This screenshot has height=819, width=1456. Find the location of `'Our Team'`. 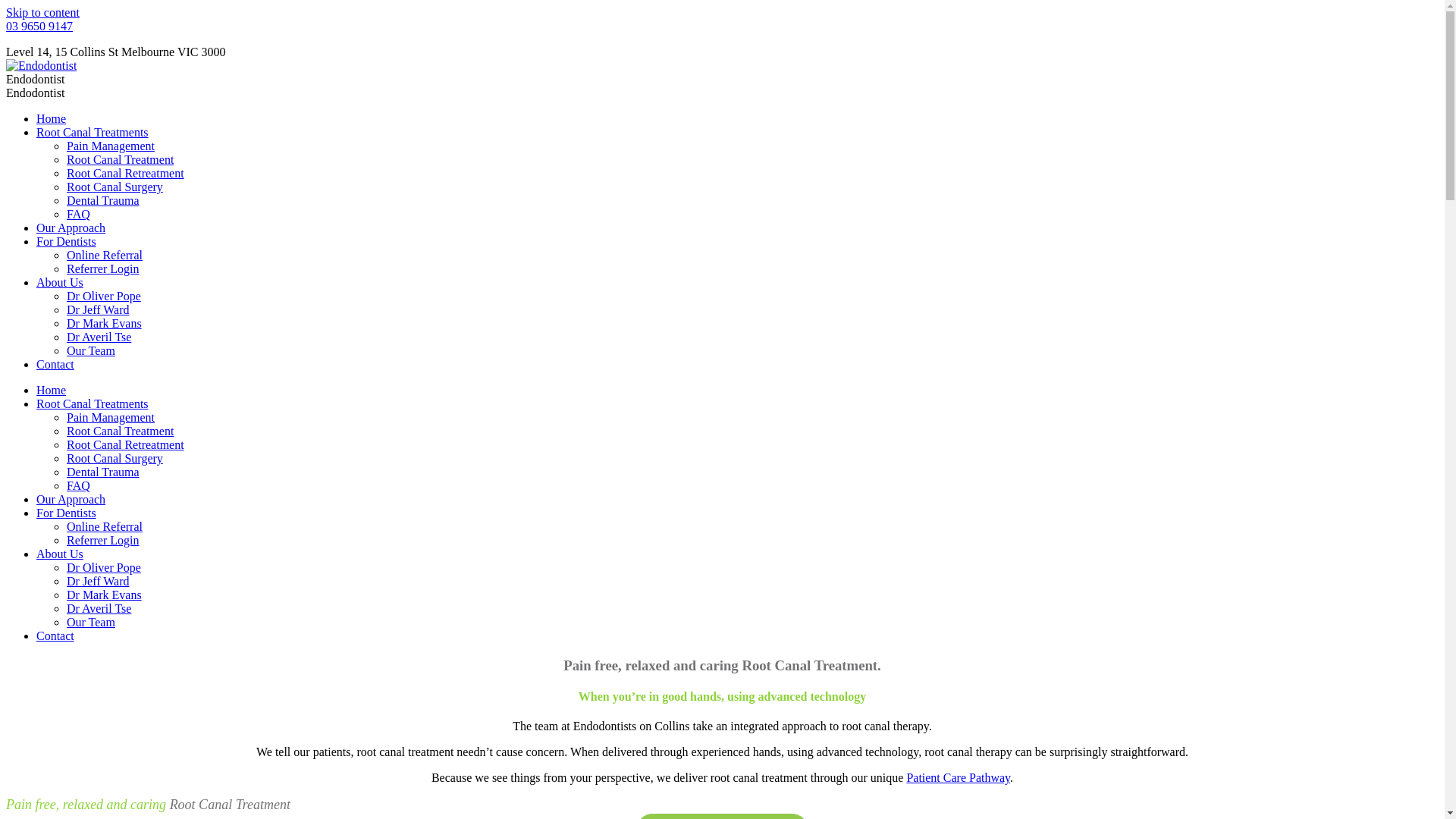

'Our Team' is located at coordinates (90, 622).